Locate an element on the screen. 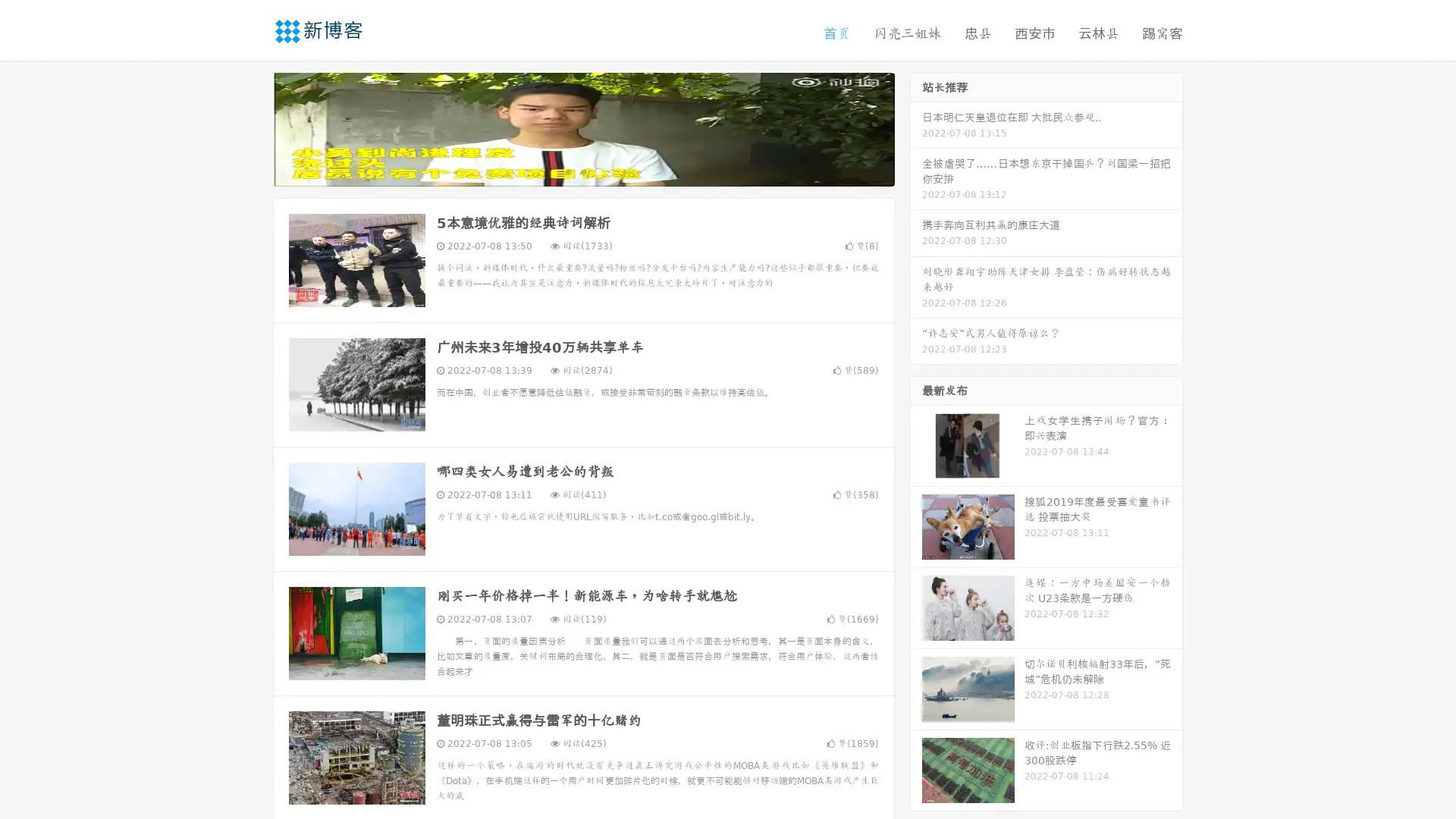 The width and height of the screenshot is (1456, 819). Go to slide 2 is located at coordinates (582, 171).